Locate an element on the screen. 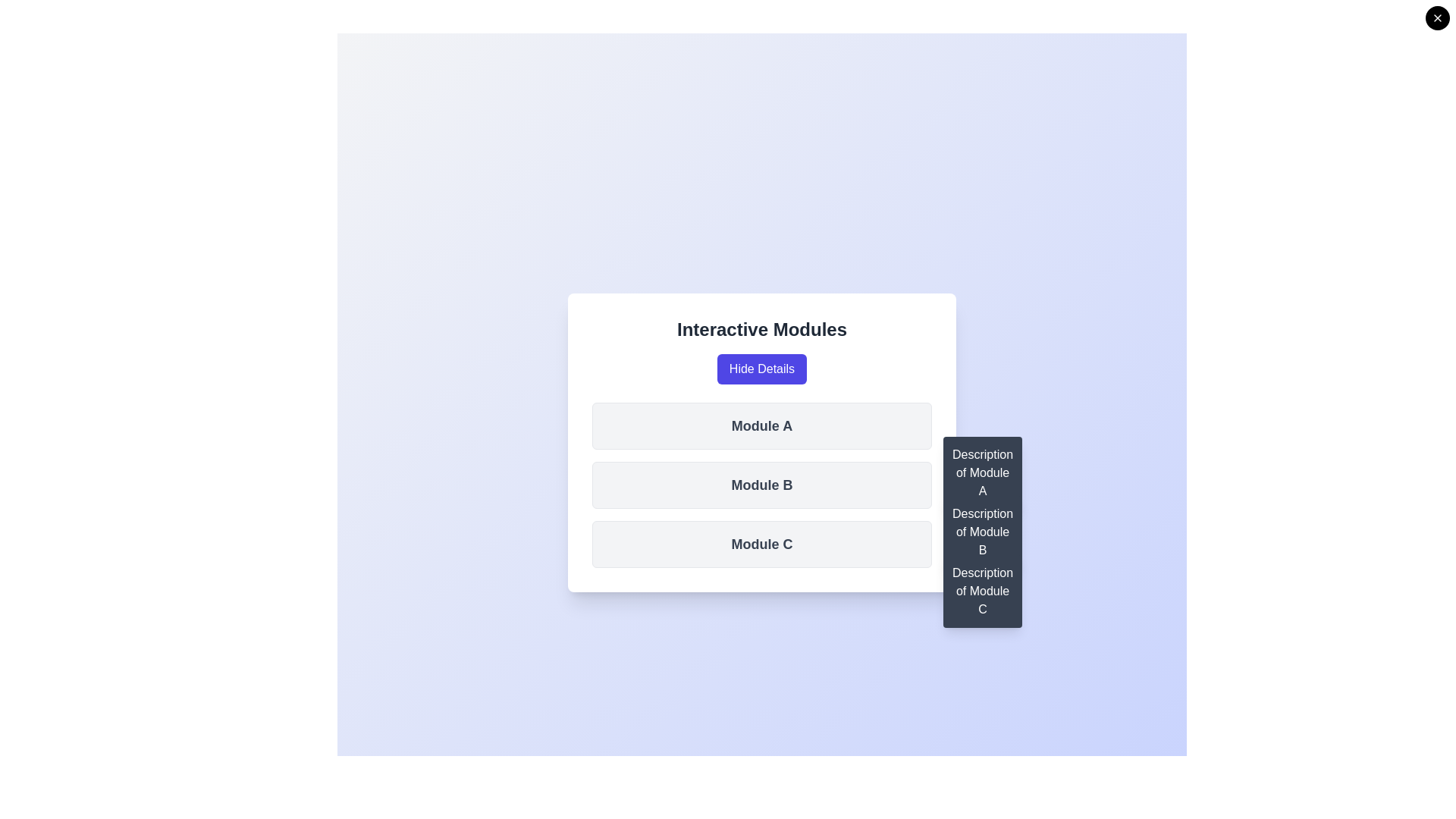 The width and height of the screenshot is (1456, 819). the vertical arrangement of three modules labeled 'Module A', 'Module B', and 'Module C' that are enclosed in a light gray box with rounded corners, located in the middle section of a white card below the 'Hide Details' button is located at coordinates (761, 485).